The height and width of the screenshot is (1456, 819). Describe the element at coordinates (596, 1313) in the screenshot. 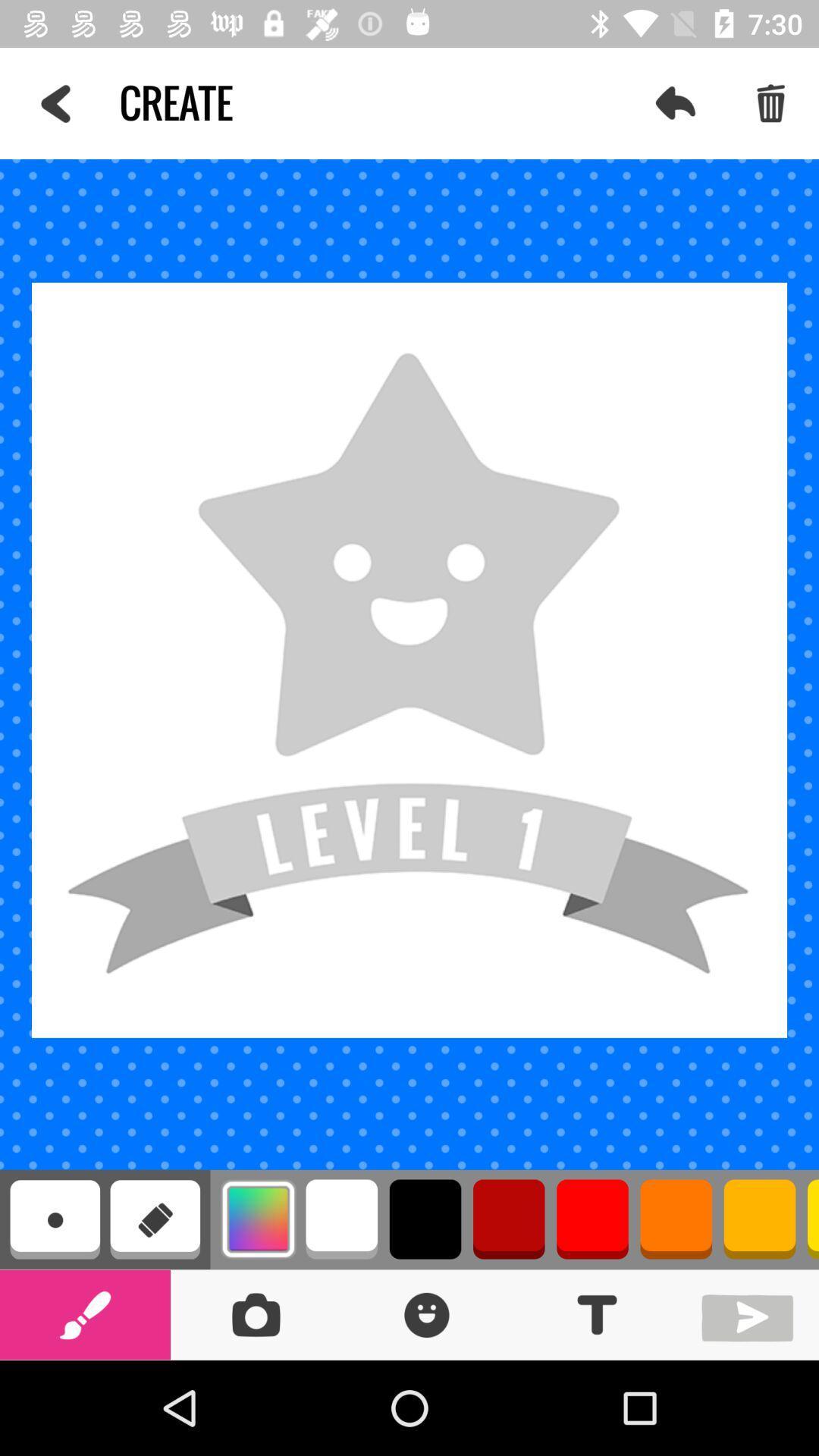

I see `the font icon` at that location.